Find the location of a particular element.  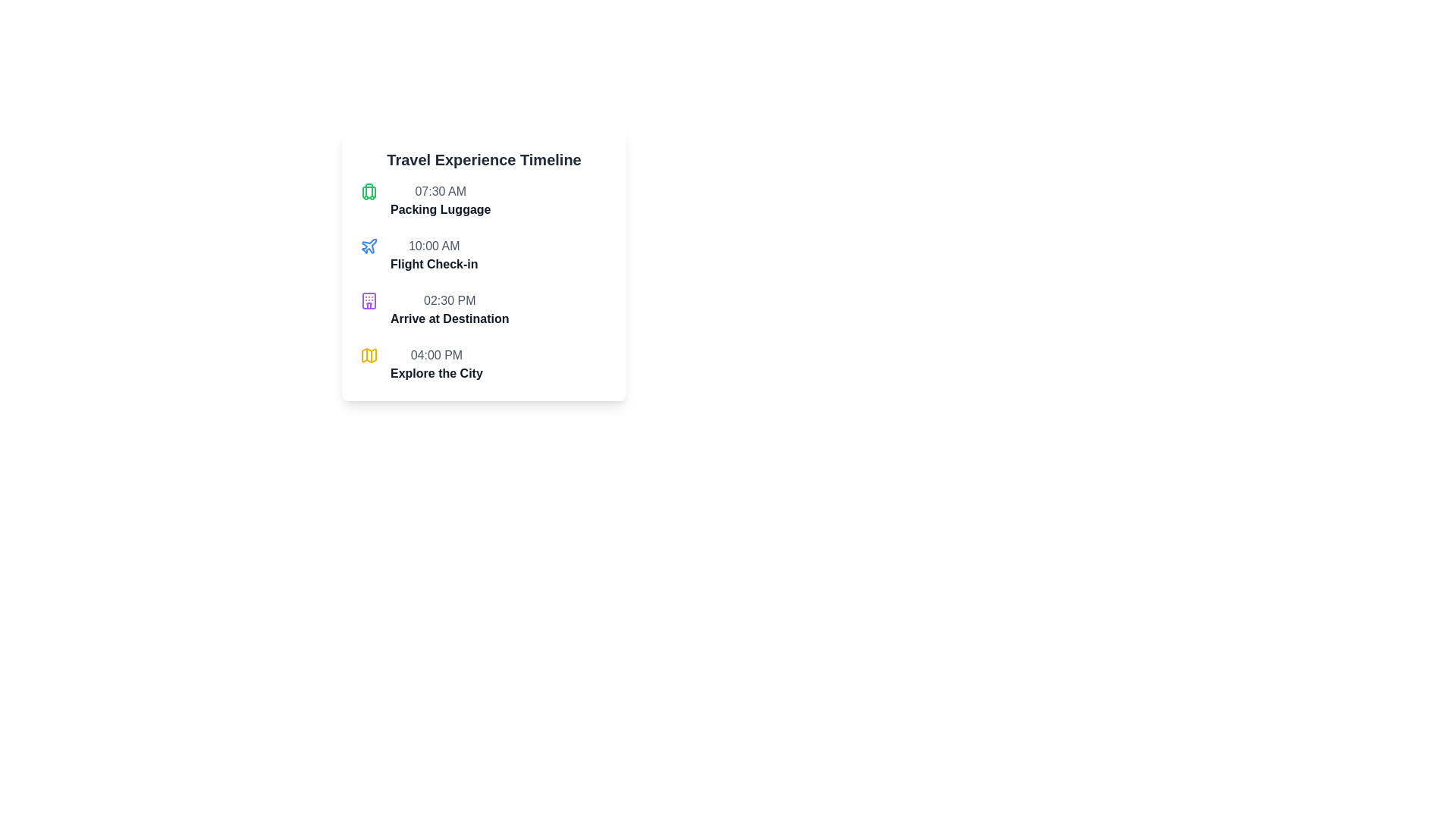

the rectangular geometric shape with rounded edges that has a green outline, which represents the main body of the luggage icon in the first item of the timeline is located at coordinates (369, 192).